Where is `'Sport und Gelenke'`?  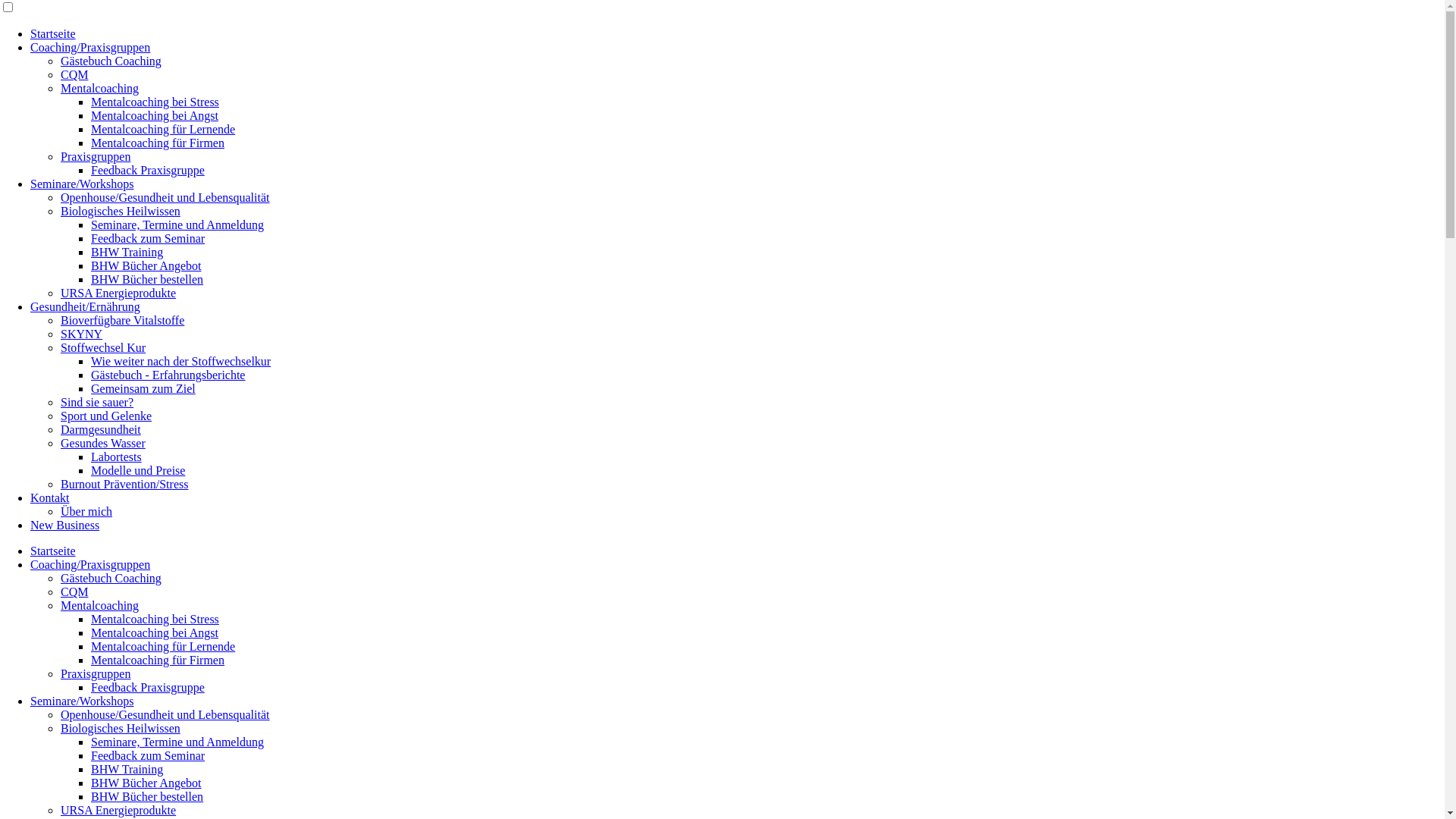
'Sport und Gelenke' is located at coordinates (61, 416).